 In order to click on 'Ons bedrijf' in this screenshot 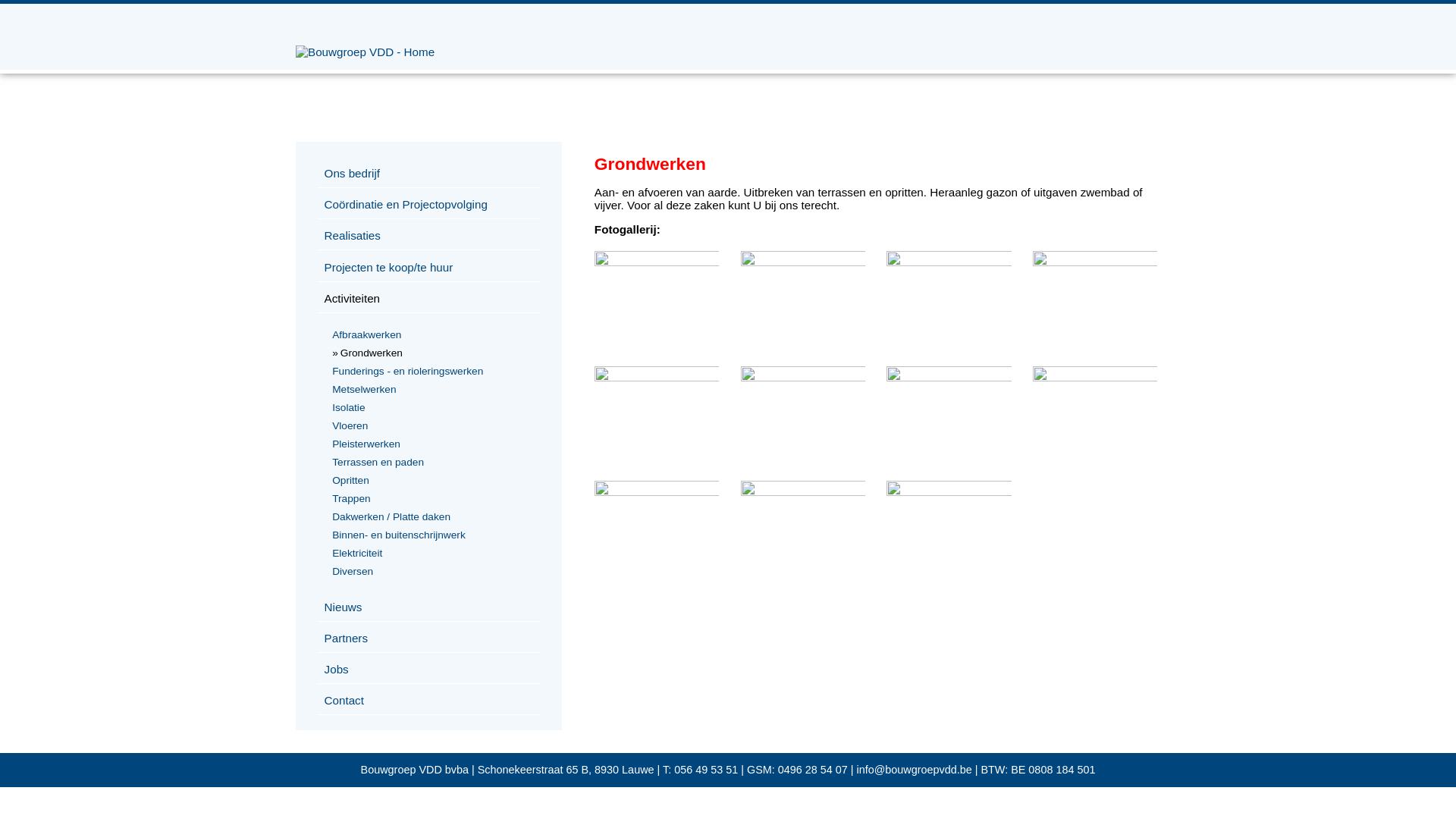, I will do `click(315, 172)`.